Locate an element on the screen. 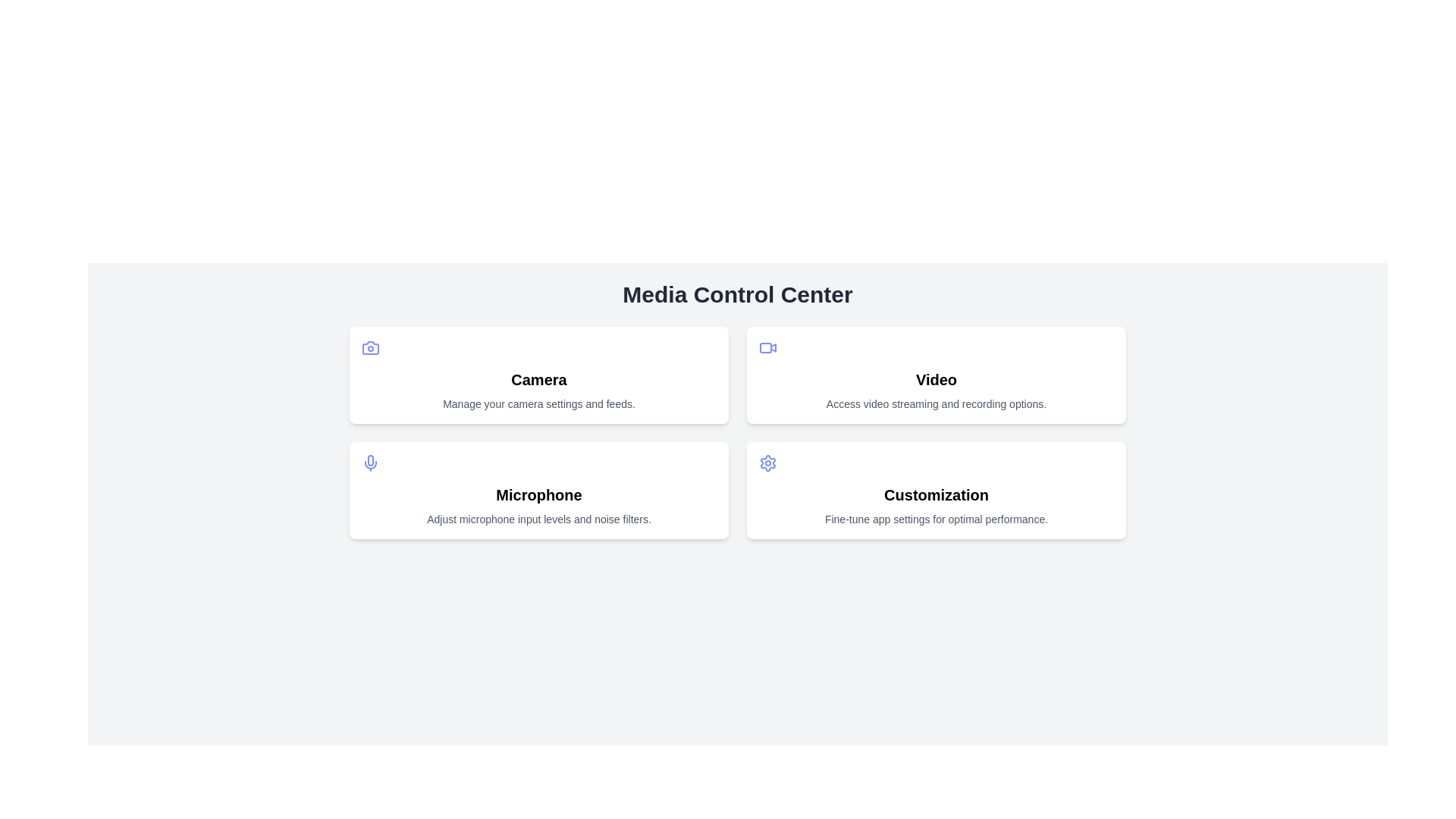 This screenshot has height=819, width=1456. the video icon located in the top-left corner of the 'Video' card, which symbolizes video streaming or recording functionality is located at coordinates (767, 348).